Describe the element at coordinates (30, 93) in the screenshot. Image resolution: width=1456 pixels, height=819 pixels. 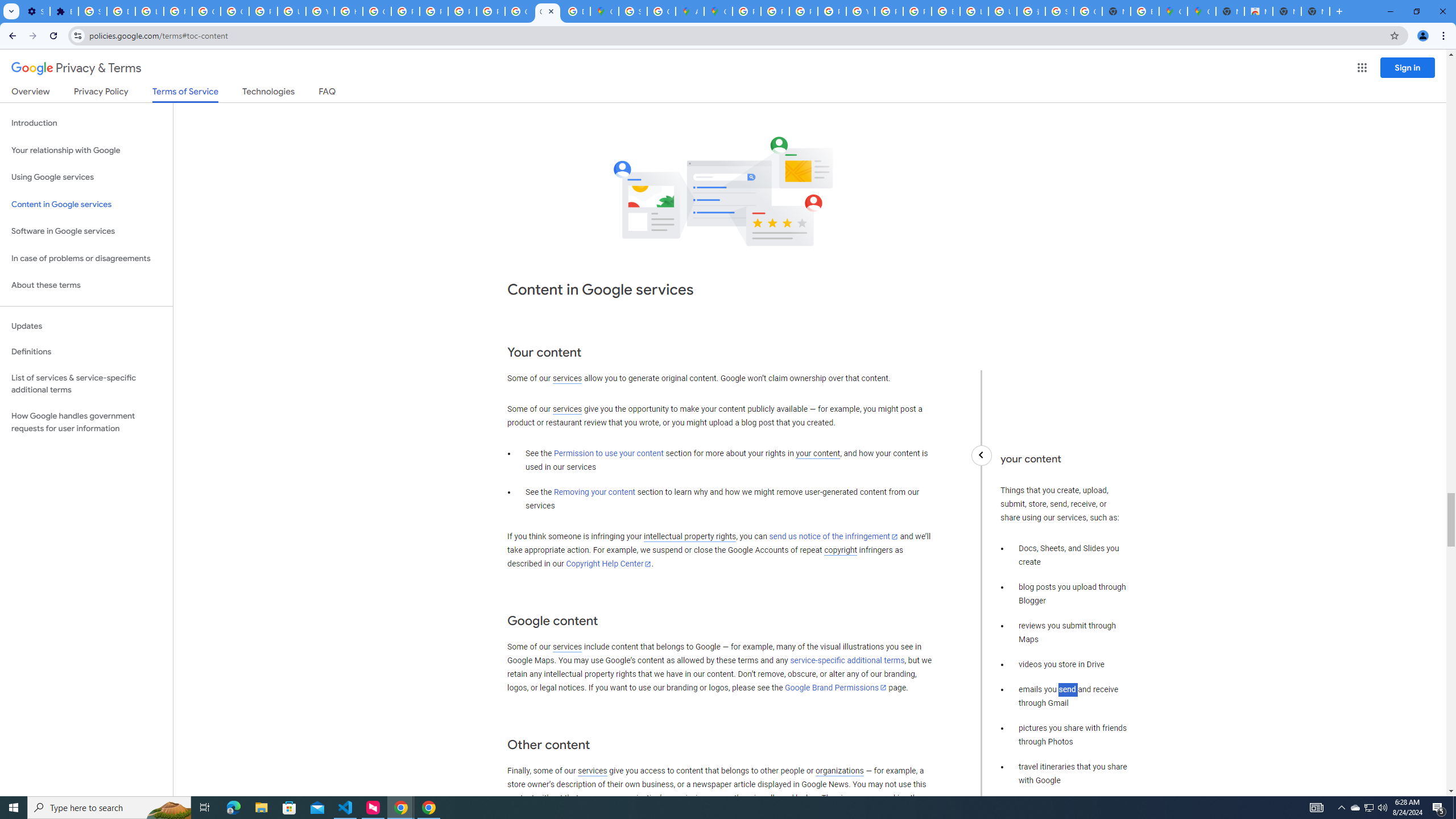
I see `'Overview'` at that location.